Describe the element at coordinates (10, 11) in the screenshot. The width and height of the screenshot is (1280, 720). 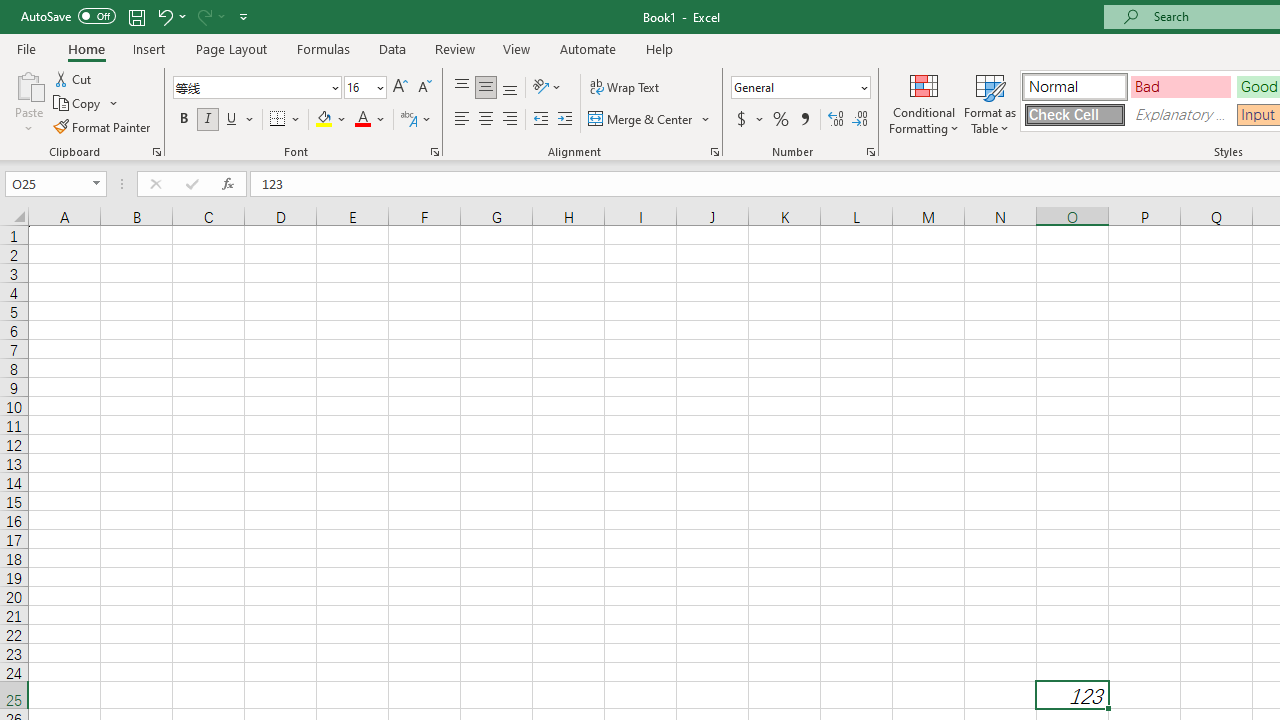
I see `'System'` at that location.